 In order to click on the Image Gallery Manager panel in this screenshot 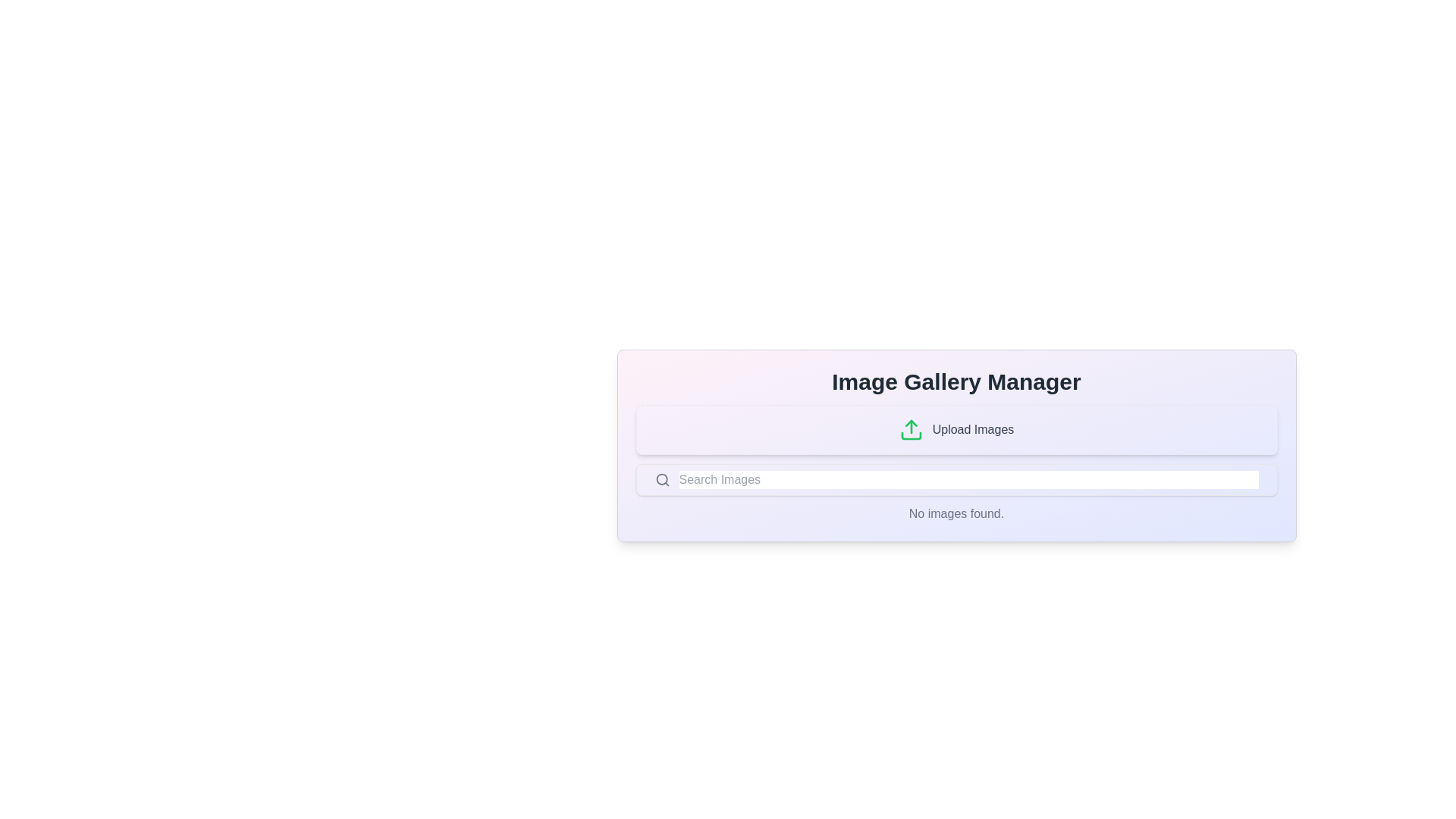, I will do `click(955, 444)`.